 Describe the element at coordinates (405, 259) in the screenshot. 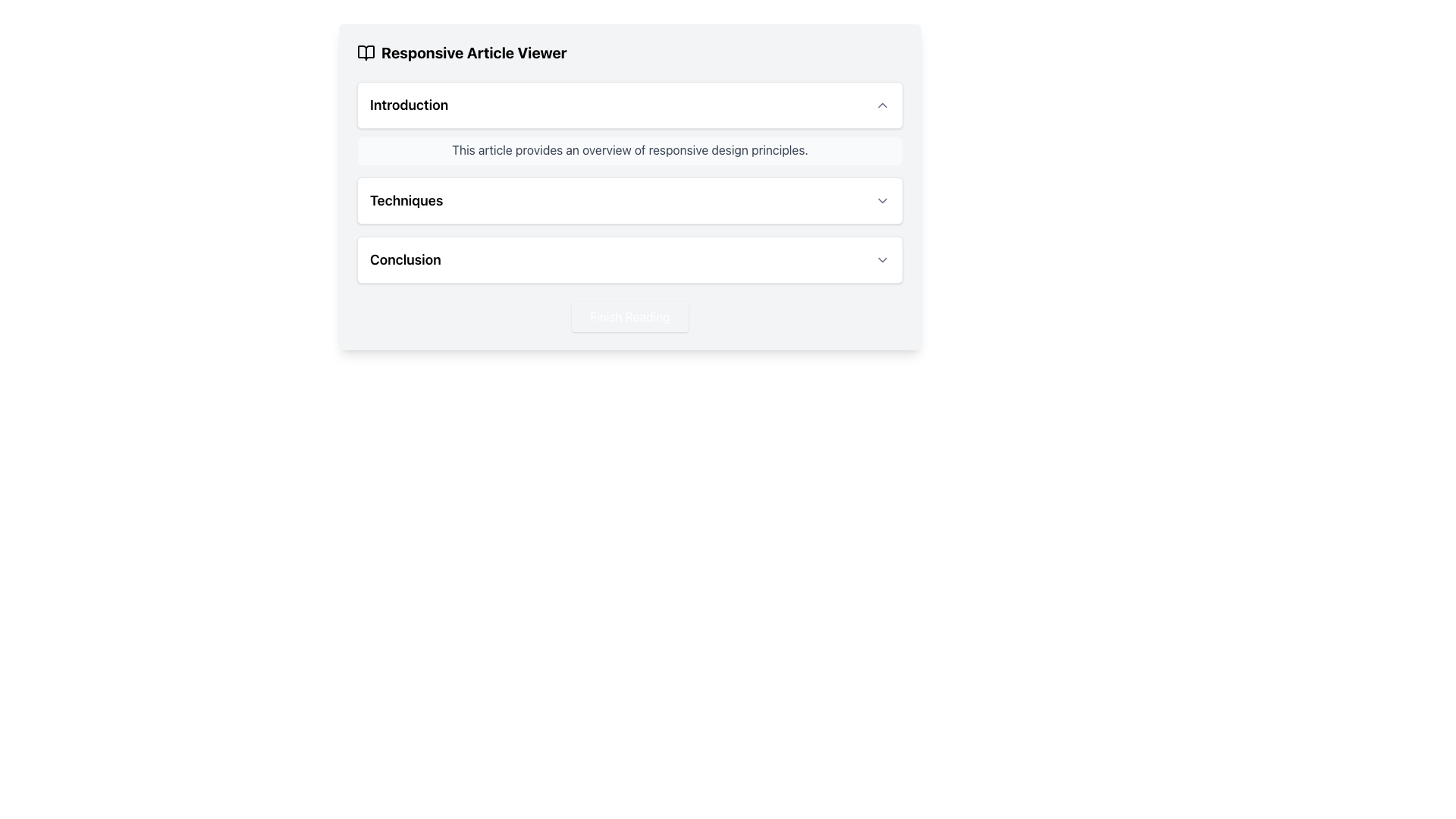

I see `the text label displaying 'Conclusion' in bold and large font, which is positioned within a rounded white card` at that location.